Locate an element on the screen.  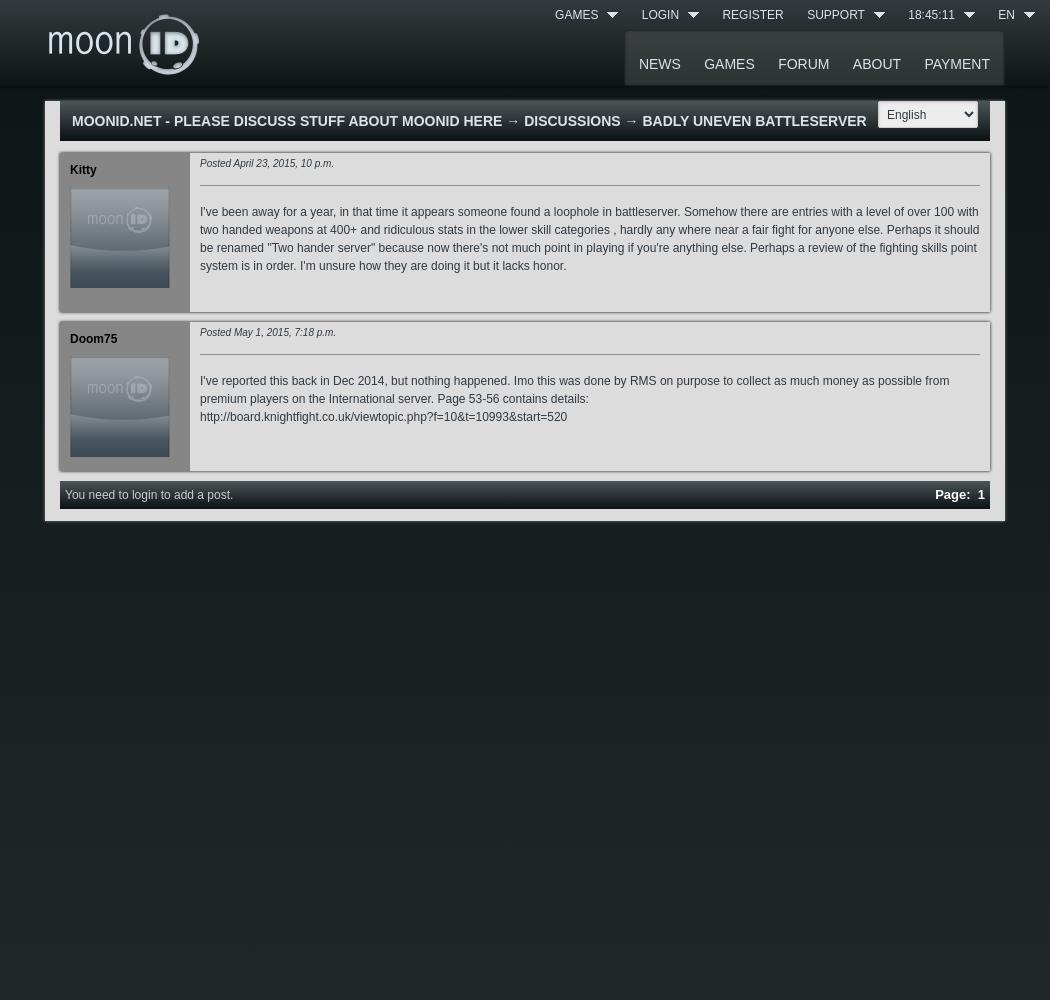
'http://board.knightfight.co.uk/viewtopic.php?f=10&t=10993&start=520' is located at coordinates (383, 417).